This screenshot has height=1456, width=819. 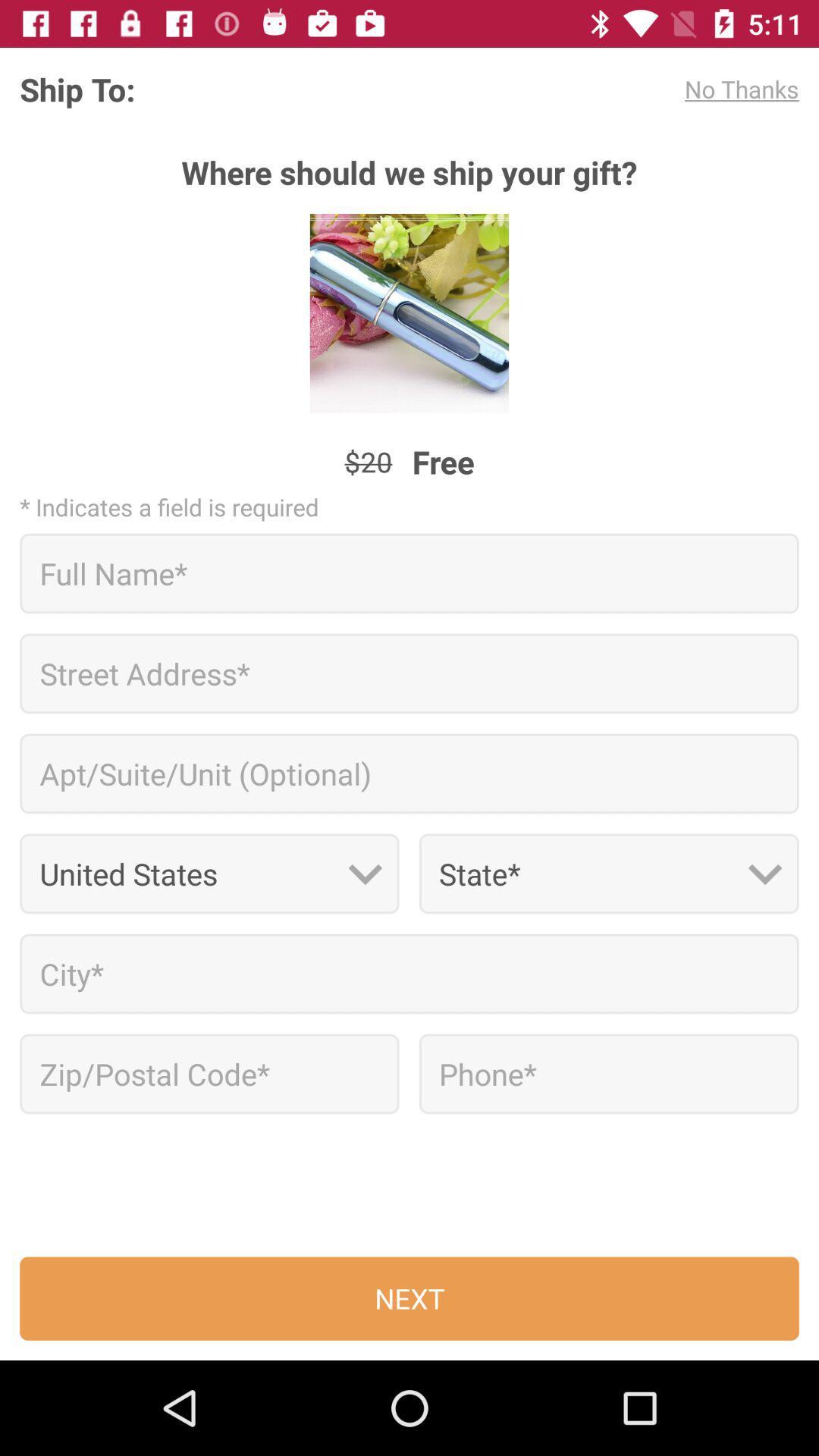 I want to click on street address, so click(x=409, y=673).